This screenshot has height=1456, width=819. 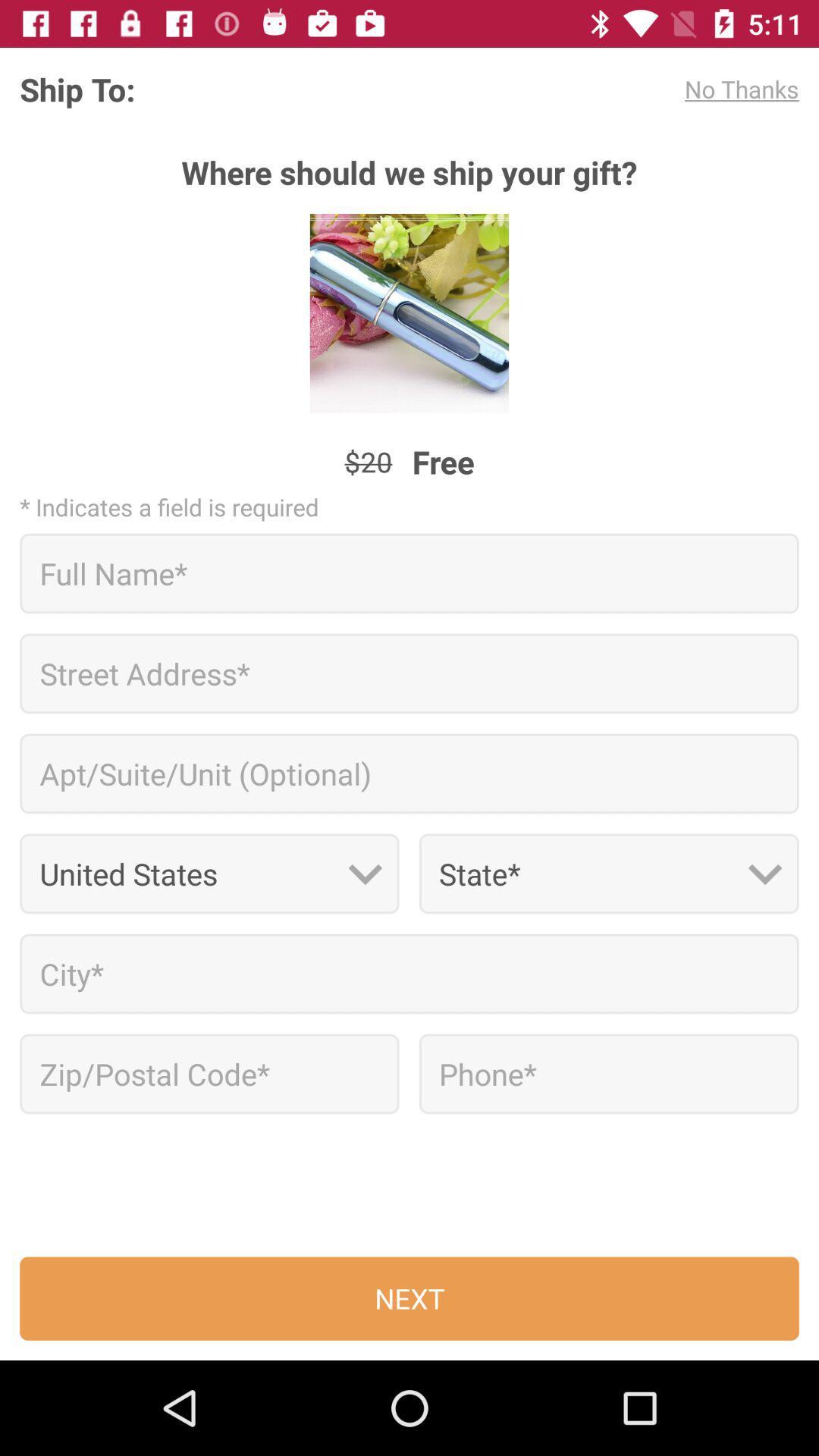 I want to click on street address, so click(x=409, y=673).